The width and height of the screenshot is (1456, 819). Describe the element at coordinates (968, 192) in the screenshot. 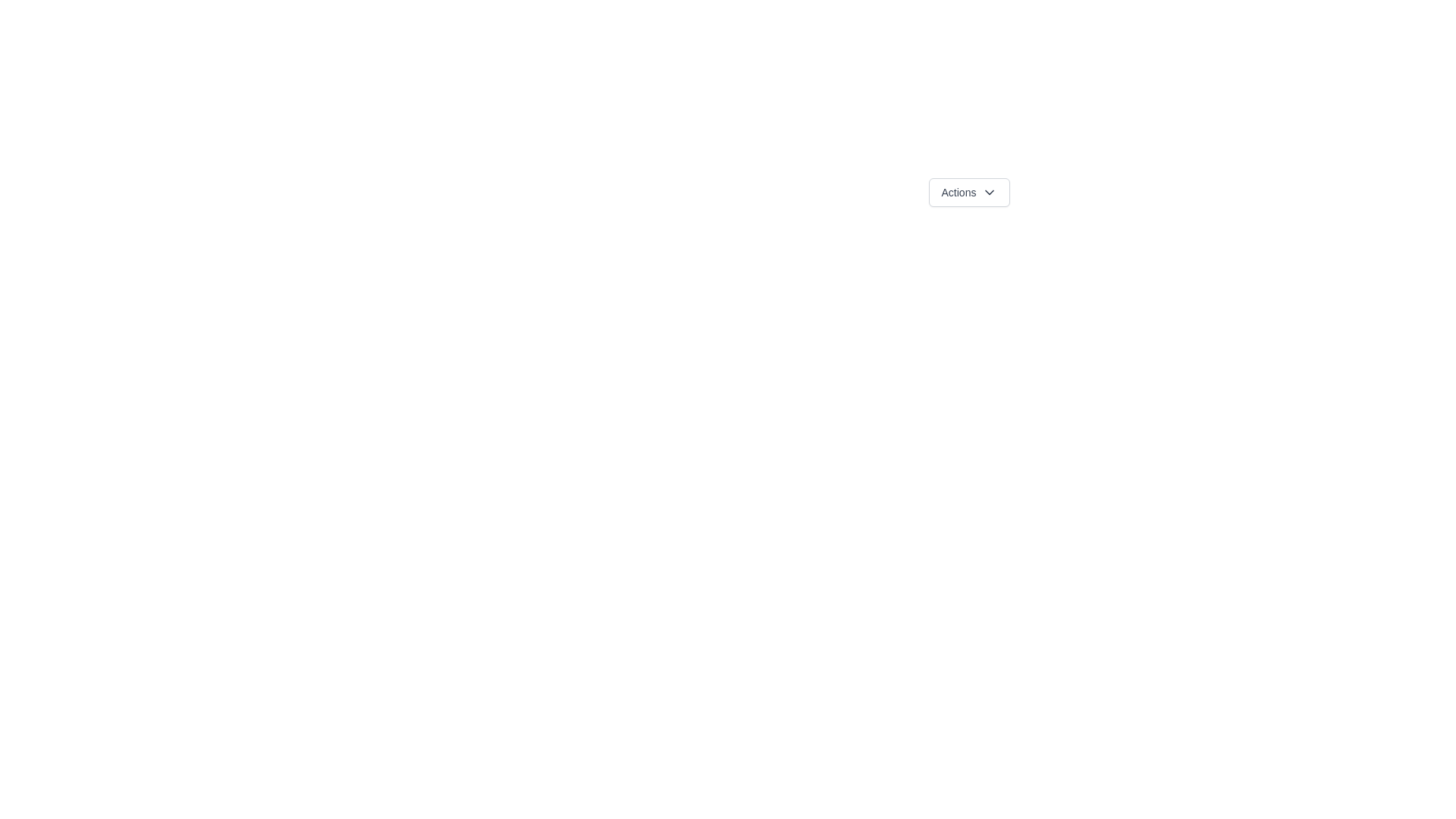

I see `the 'Actions' dropdown button located at the upper-right area of the page` at that location.